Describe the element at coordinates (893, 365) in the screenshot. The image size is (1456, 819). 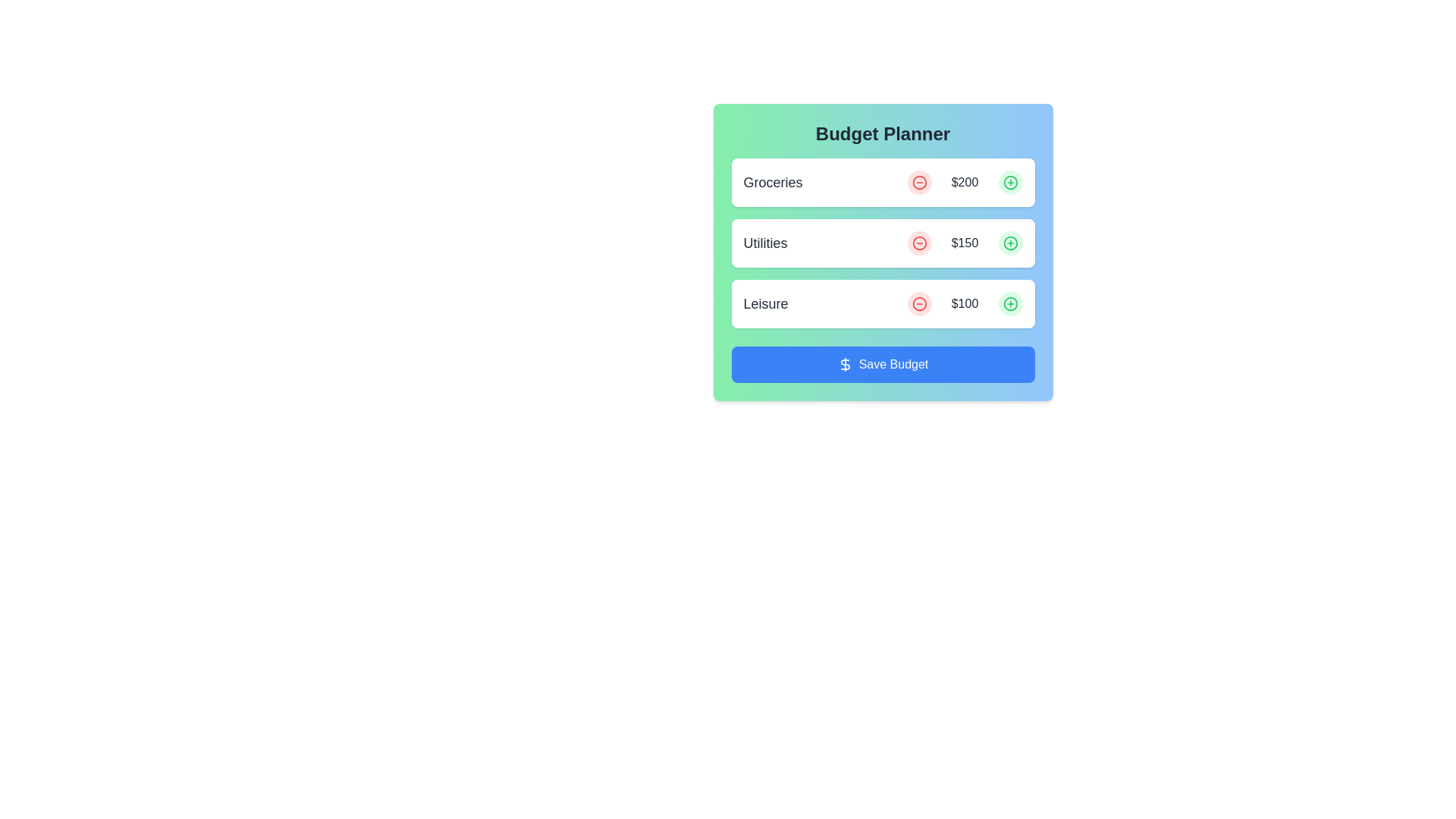
I see `the 'Save Budget' text label within the button located at the bottom of the card-like section in the center of the interface` at that location.